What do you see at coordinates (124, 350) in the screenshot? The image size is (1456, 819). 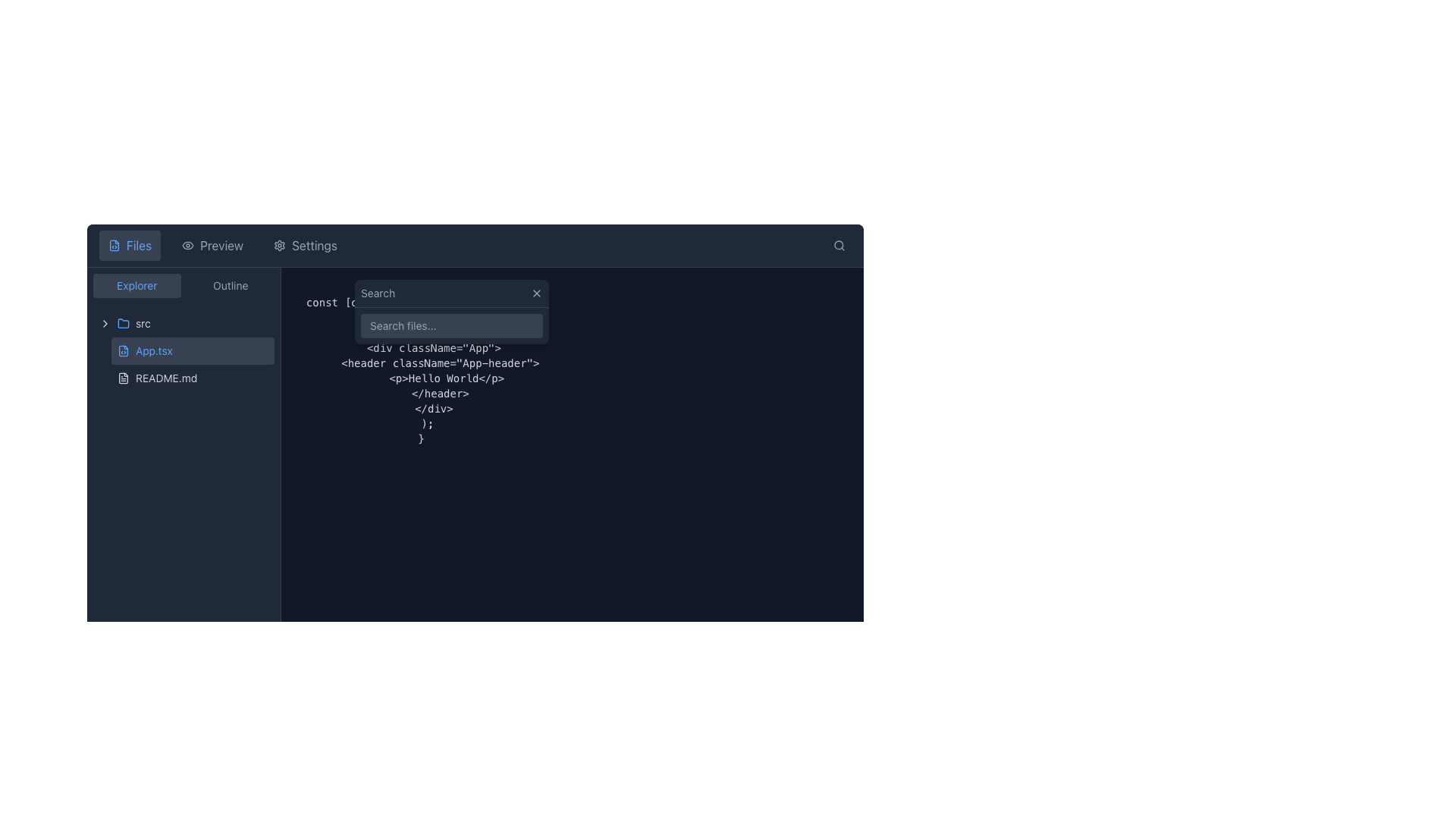 I see `the file icon representing 'App.tsx' in the Explorer panel to interact with it` at bounding box center [124, 350].